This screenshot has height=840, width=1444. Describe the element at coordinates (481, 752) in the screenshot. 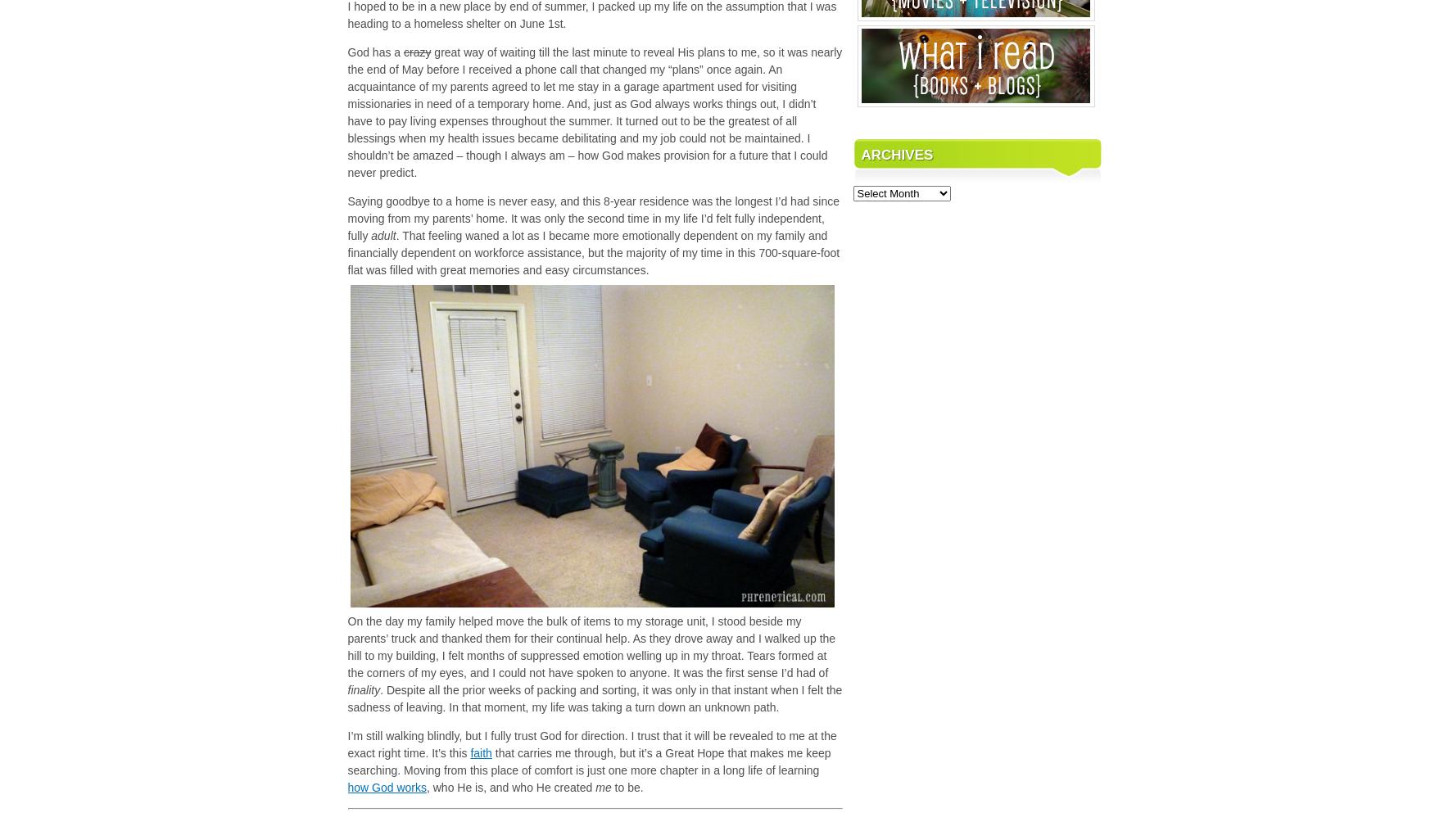

I see `'faith'` at that location.